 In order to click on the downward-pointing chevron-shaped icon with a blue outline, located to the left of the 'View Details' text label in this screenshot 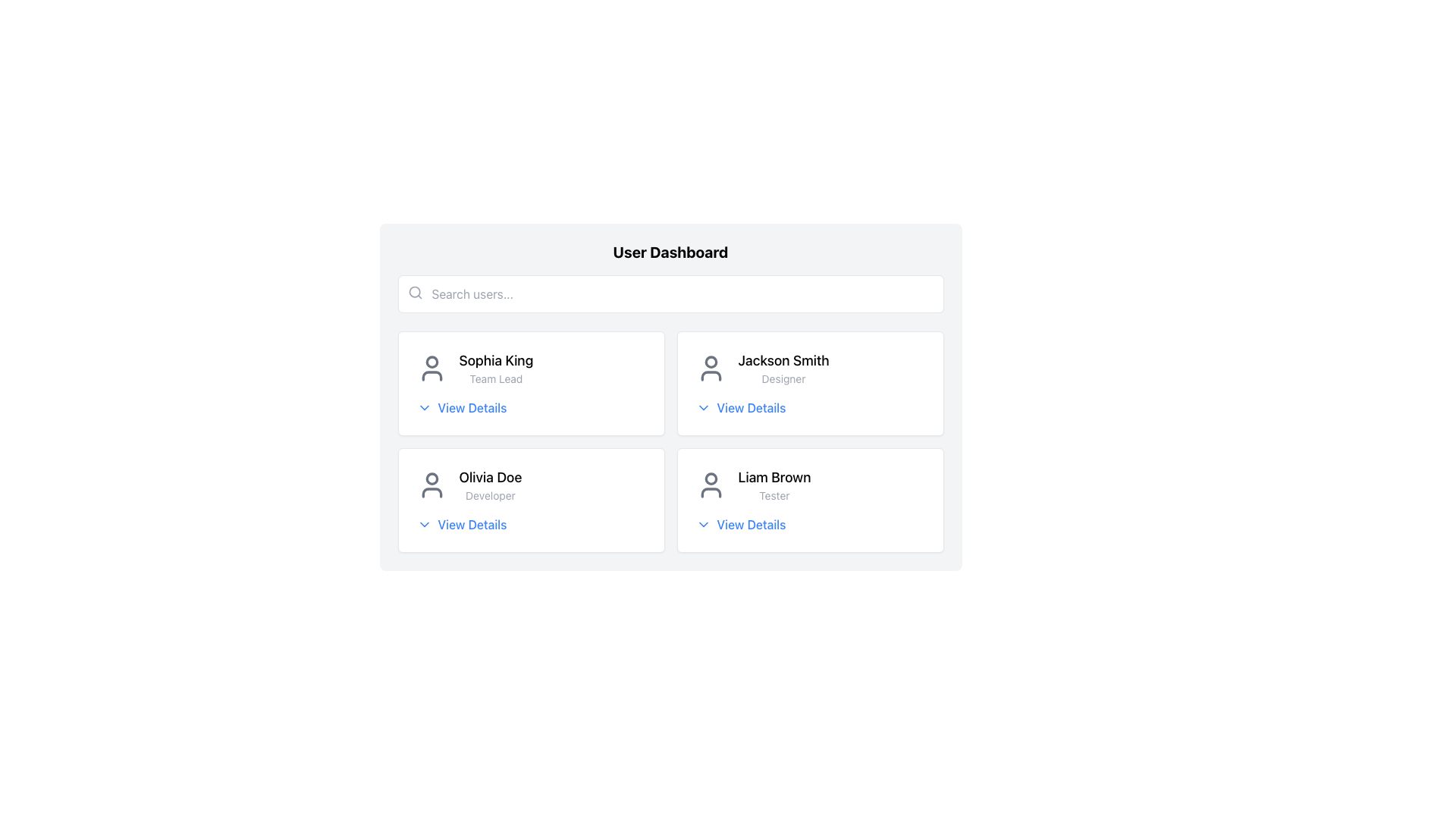, I will do `click(424, 406)`.